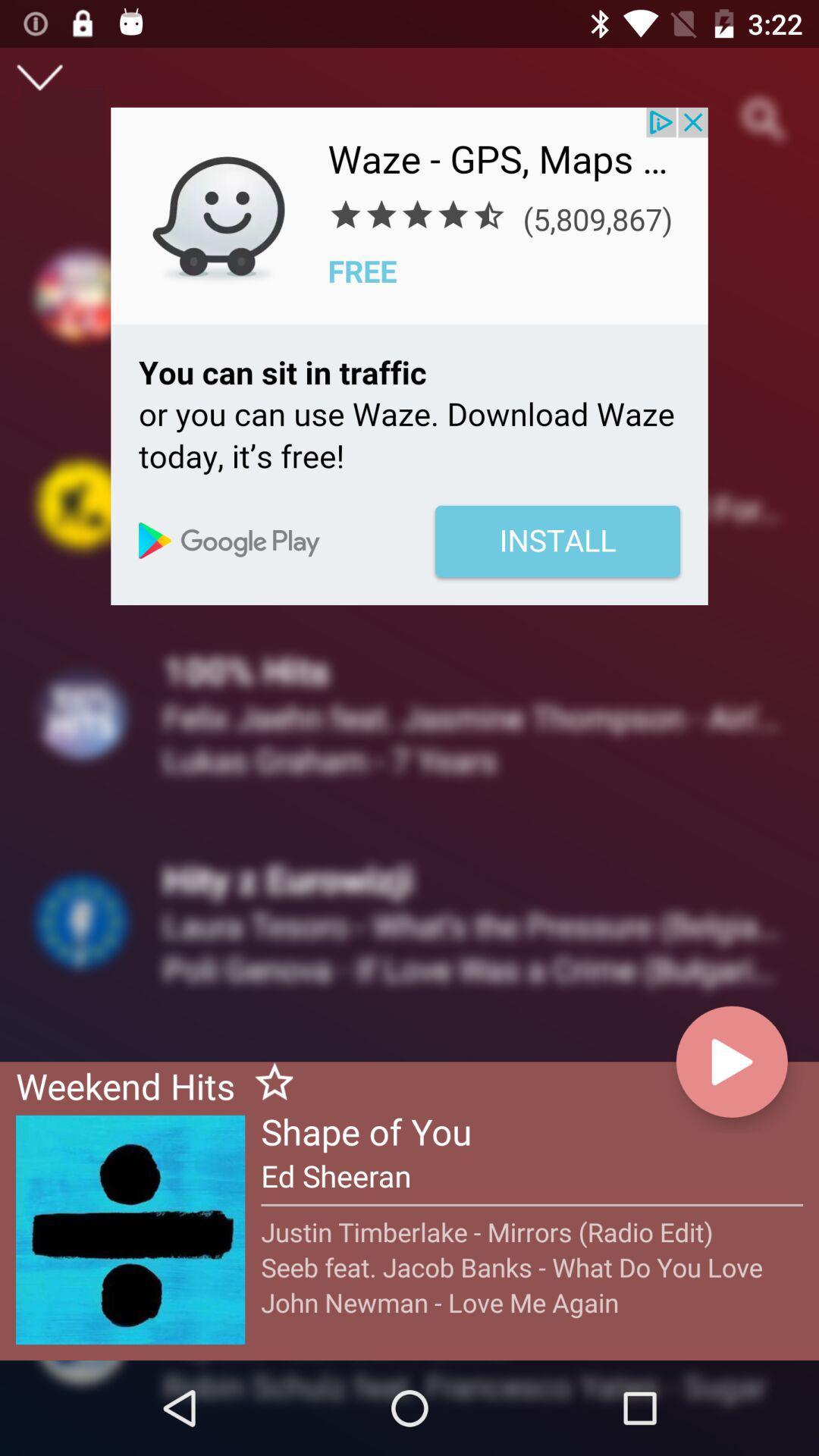 The height and width of the screenshot is (1456, 819). Describe the element at coordinates (731, 1061) in the screenshot. I see `the play icon` at that location.